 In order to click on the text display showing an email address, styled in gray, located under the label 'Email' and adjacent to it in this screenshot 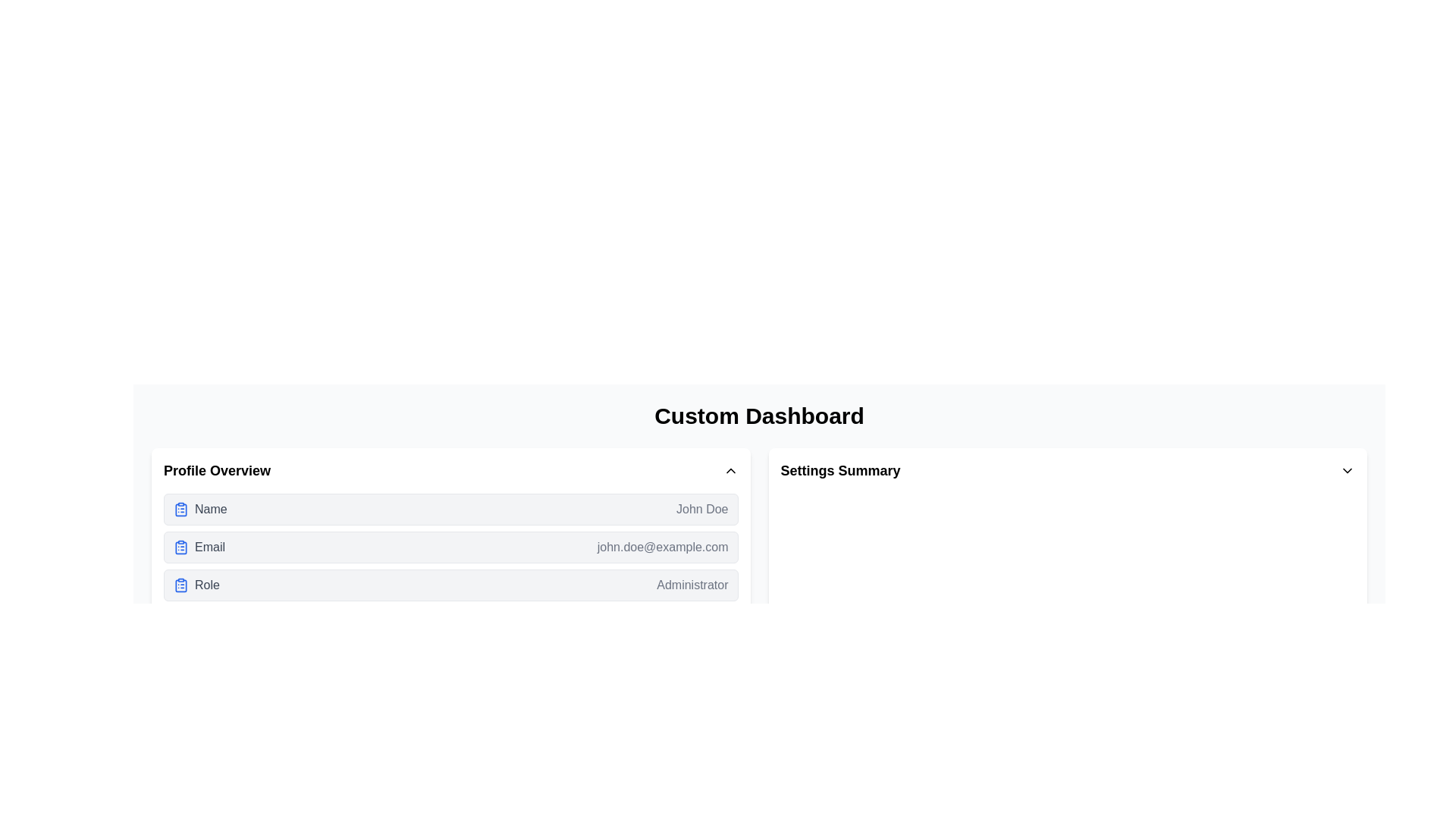, I will do `click(663, 547)`.